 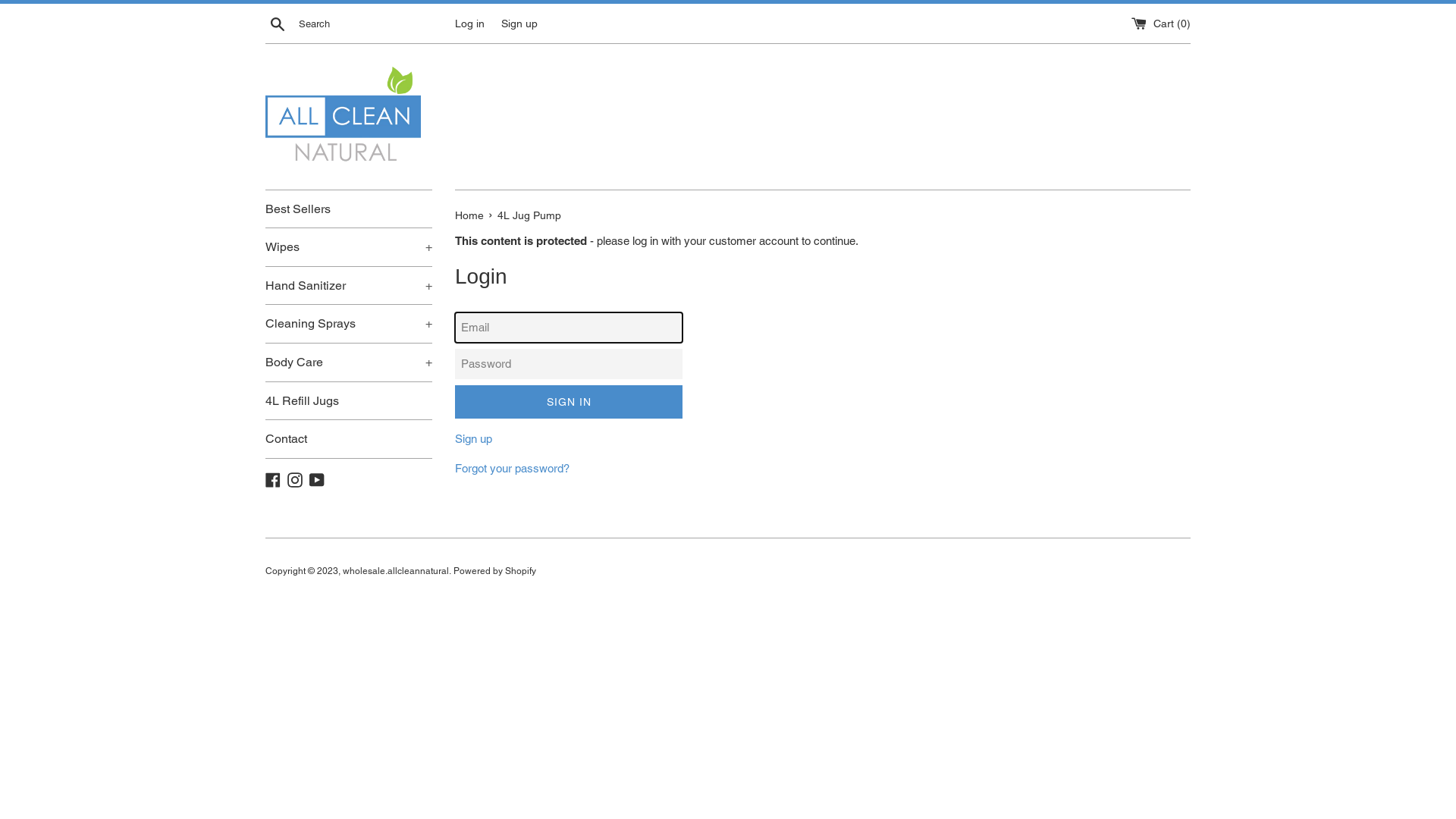 What do you see at coordinates (501, 23) in the screenshot?
I see `'Sign up'` at bounding box center [501, 23].